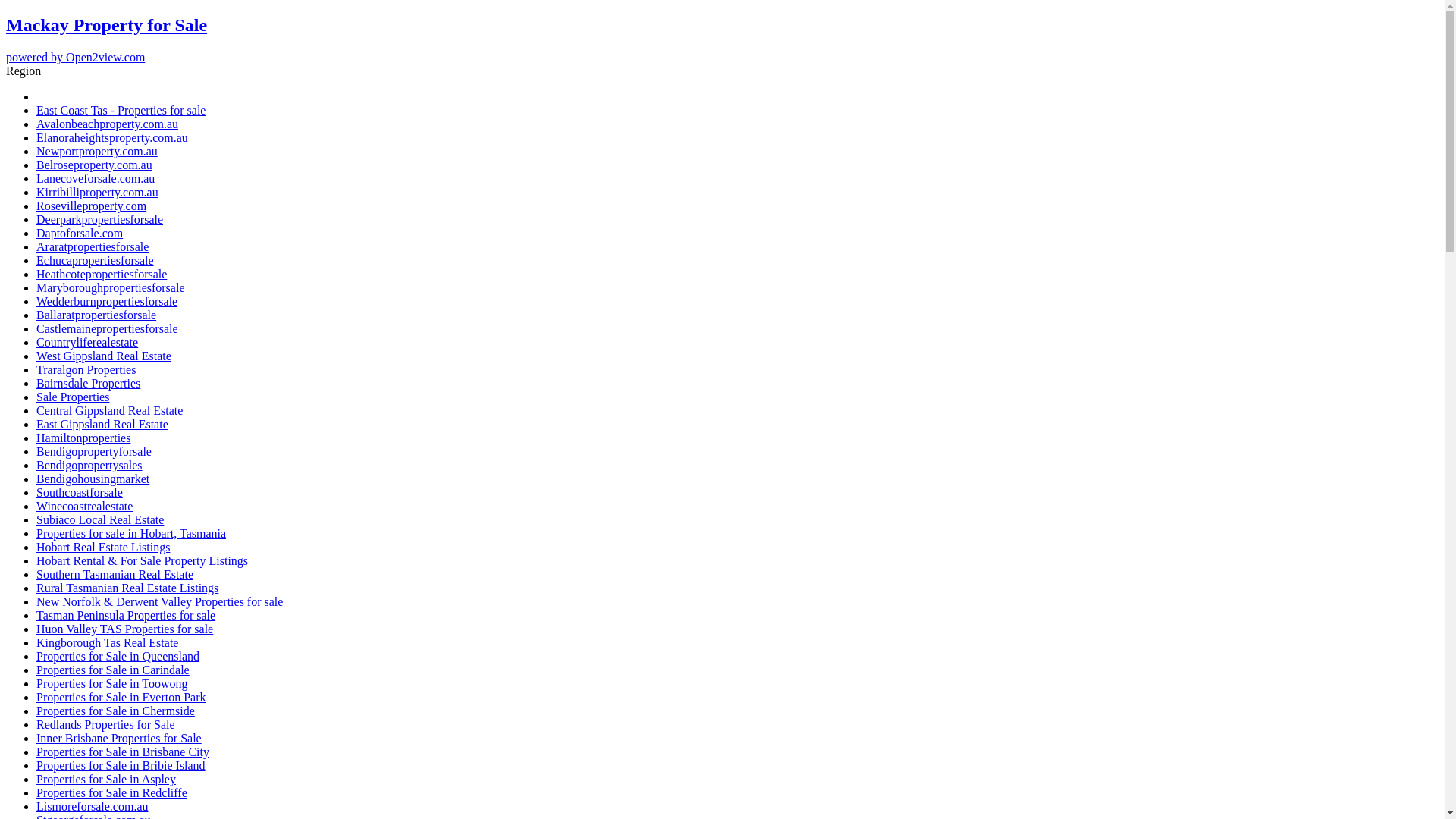 This screenshot has height=819, width=1456. Describe the element at coordinates (79, 233) in the screenshot. I see `'Daptoforsale.com'` at that location.